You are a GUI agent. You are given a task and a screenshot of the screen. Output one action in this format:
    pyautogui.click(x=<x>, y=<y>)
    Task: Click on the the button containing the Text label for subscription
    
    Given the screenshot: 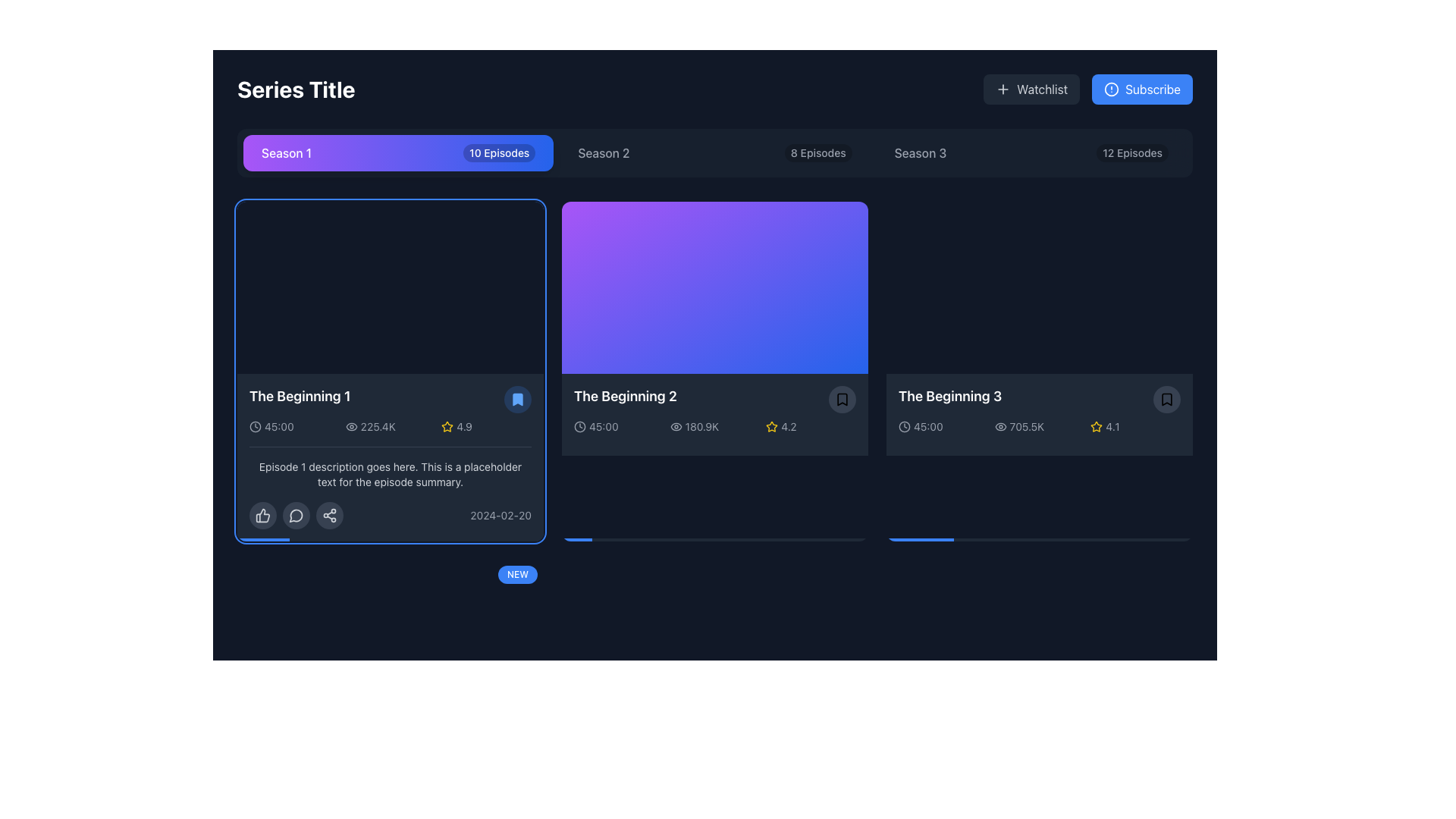 What is the action you would take?
    pyautogui.click(x=1153, y=89)
    